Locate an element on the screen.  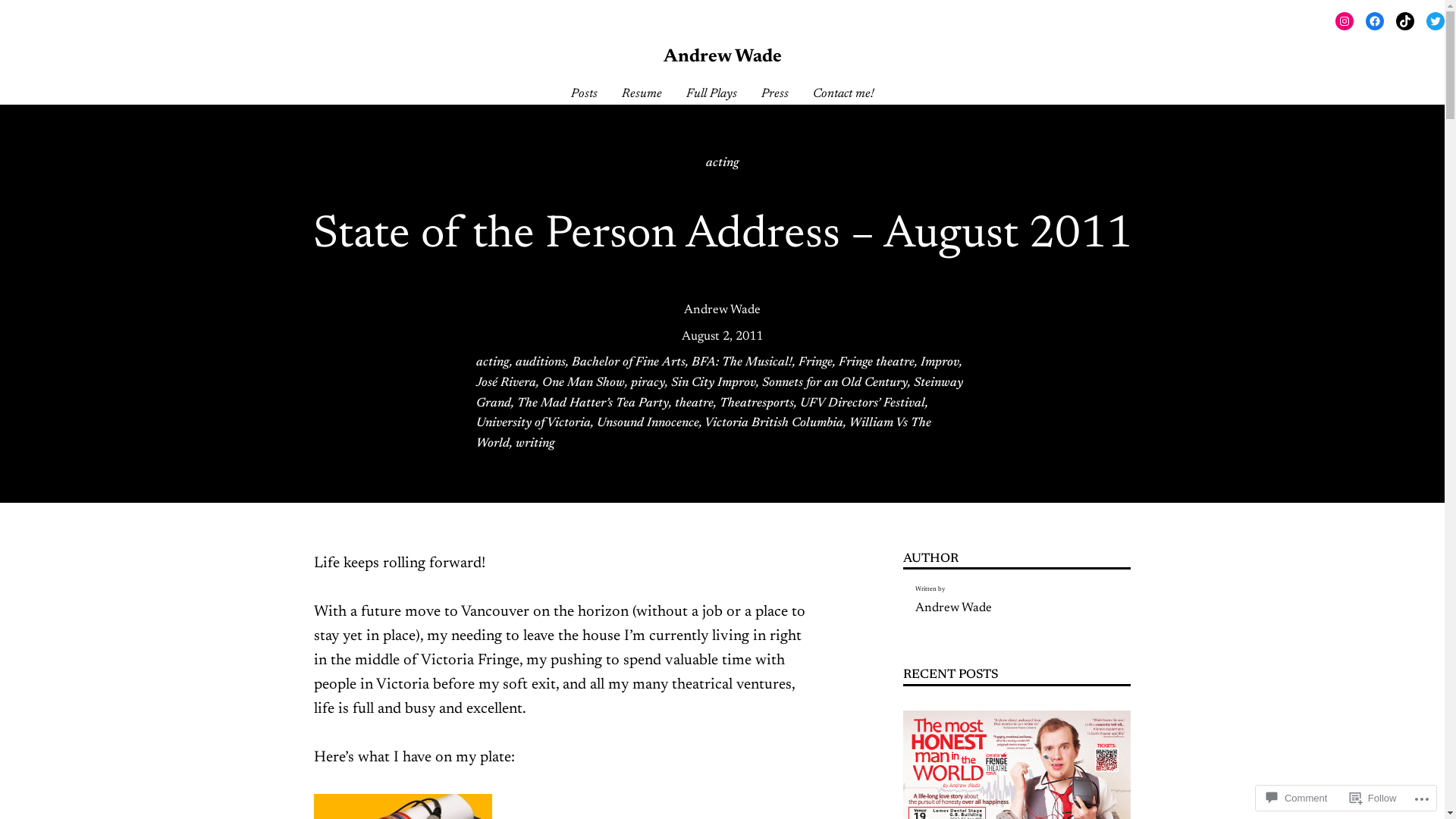
'Comment' is located at coordinates (1260, 797).